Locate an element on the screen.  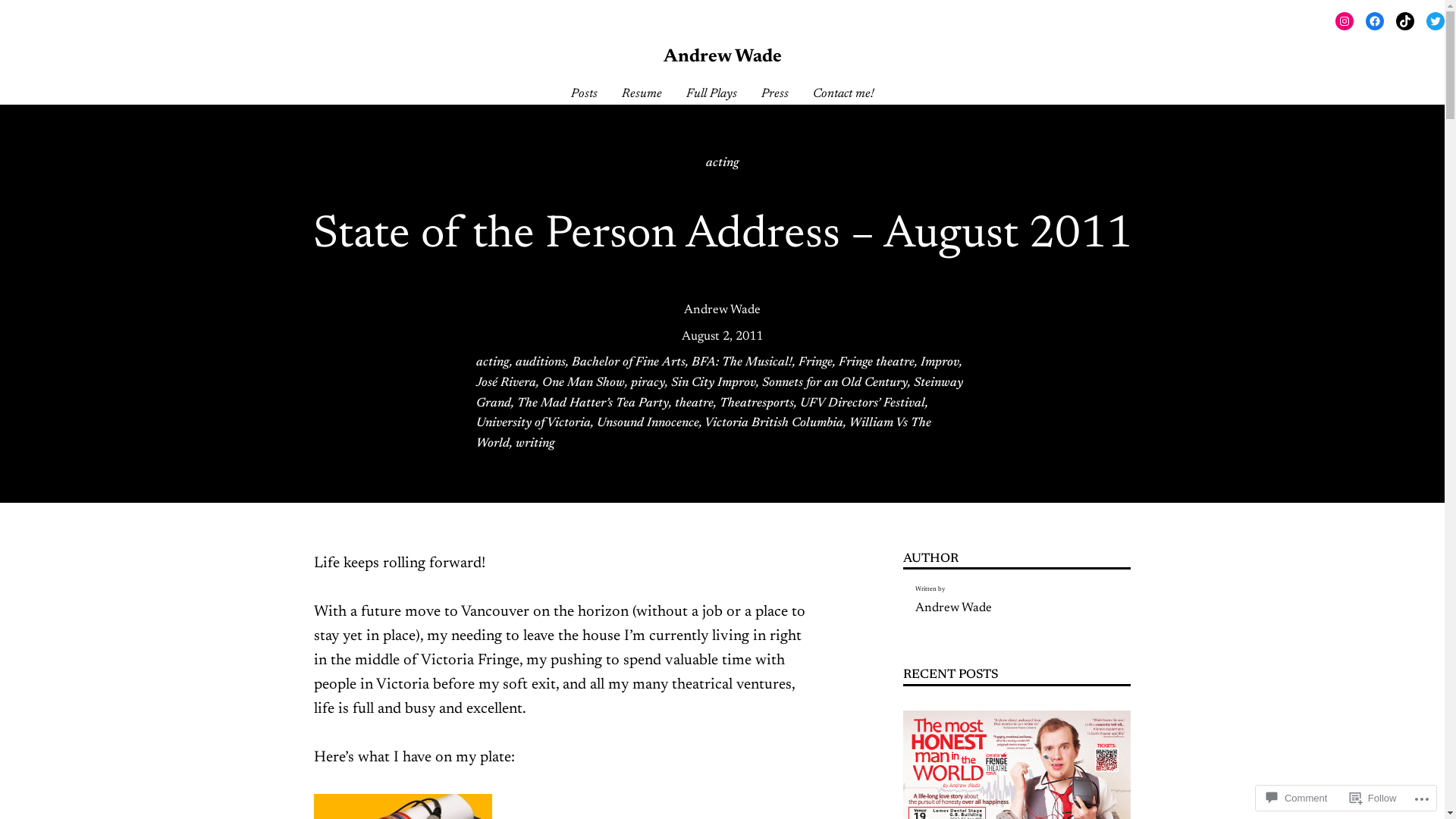
'Comment' is located at coordinates (1260, 797).